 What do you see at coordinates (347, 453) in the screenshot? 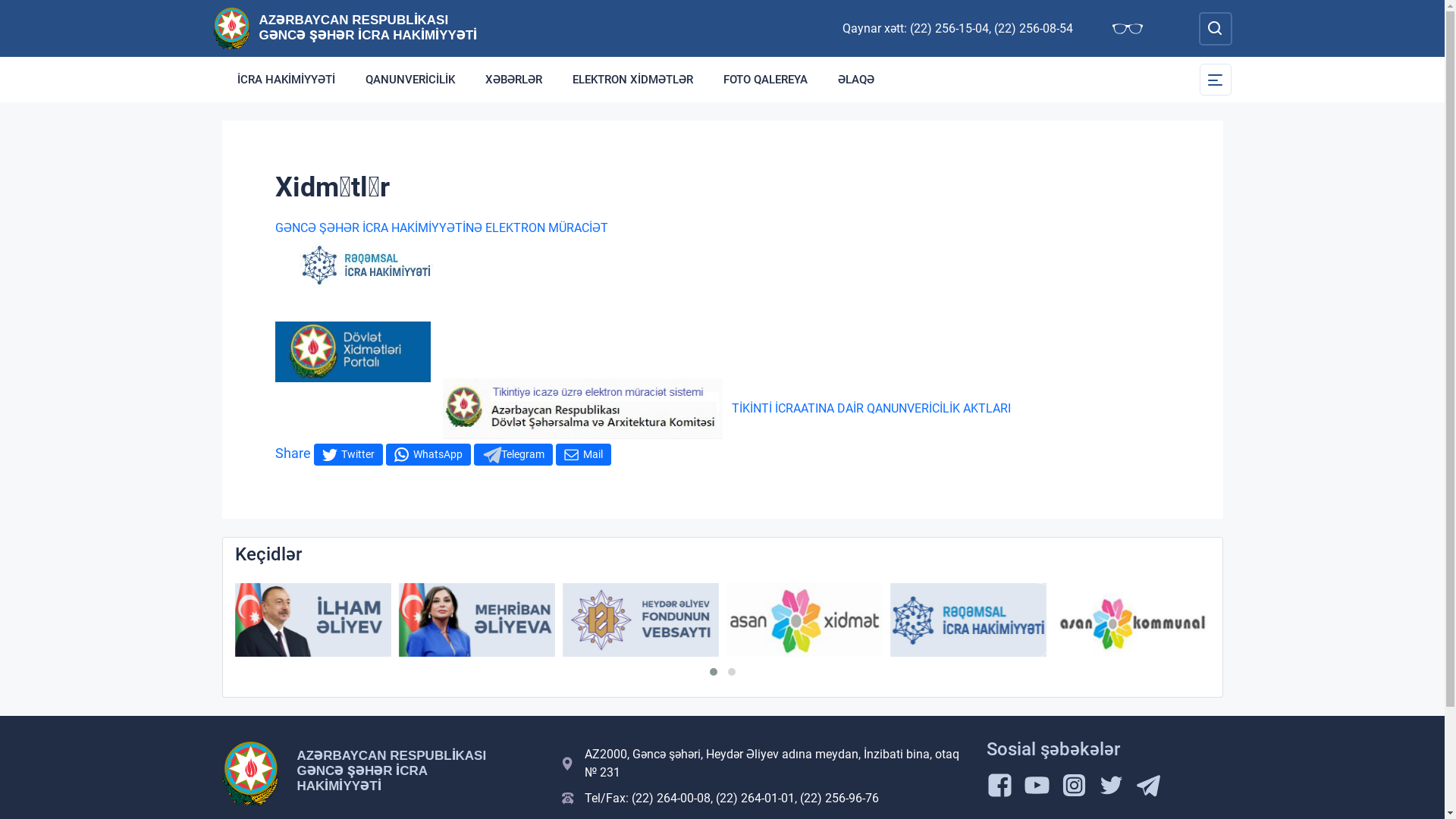
I see `'Twitter'` at bounding box center [347, 453].